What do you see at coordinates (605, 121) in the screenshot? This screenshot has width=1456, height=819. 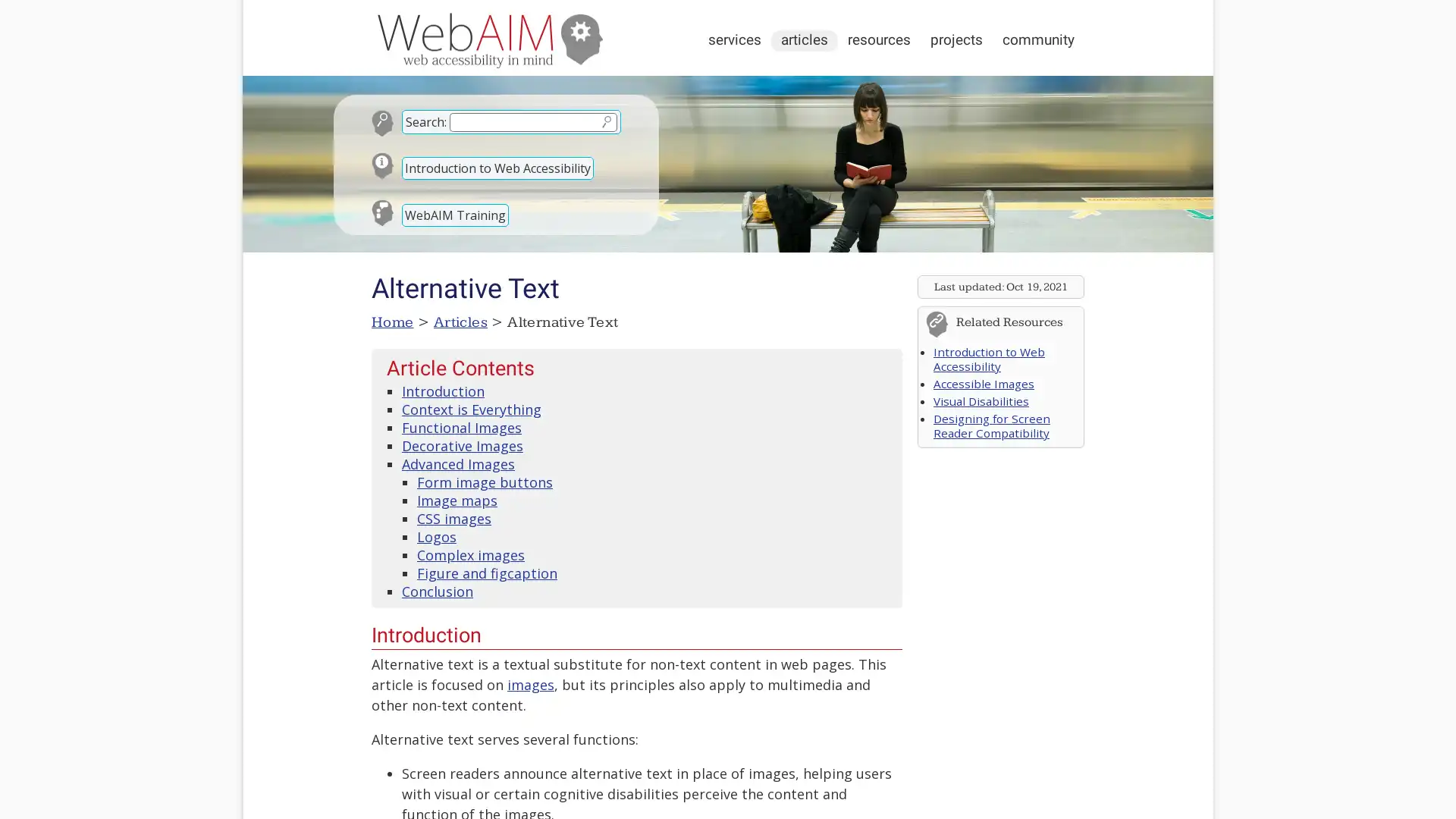 I see `Submit Search` at bounding box center [605, 121].